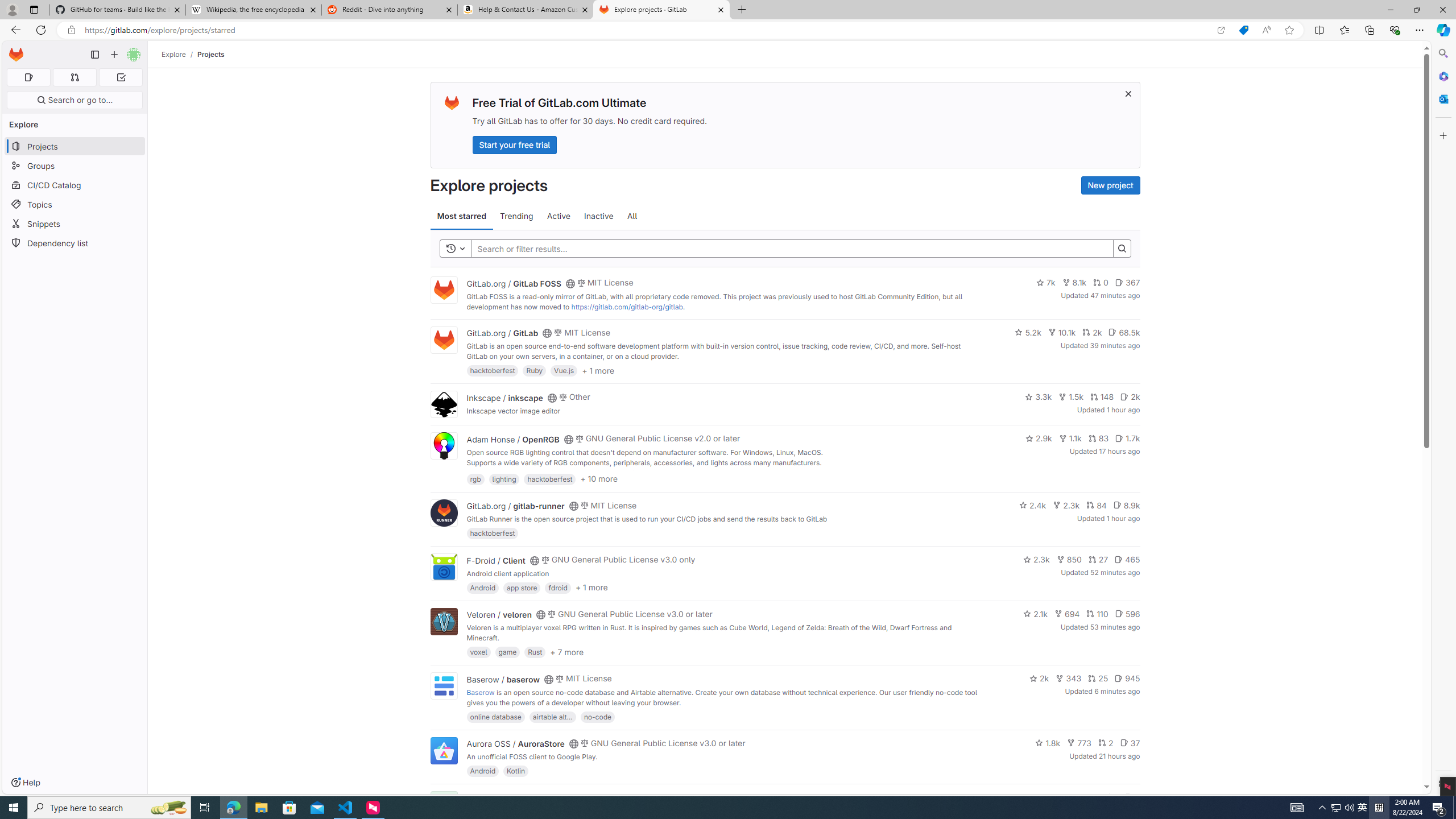  What do you see at coordinates (1048, 742) in the screenshot?
I see `'1.8k'` at bounding box center [1048, 742].